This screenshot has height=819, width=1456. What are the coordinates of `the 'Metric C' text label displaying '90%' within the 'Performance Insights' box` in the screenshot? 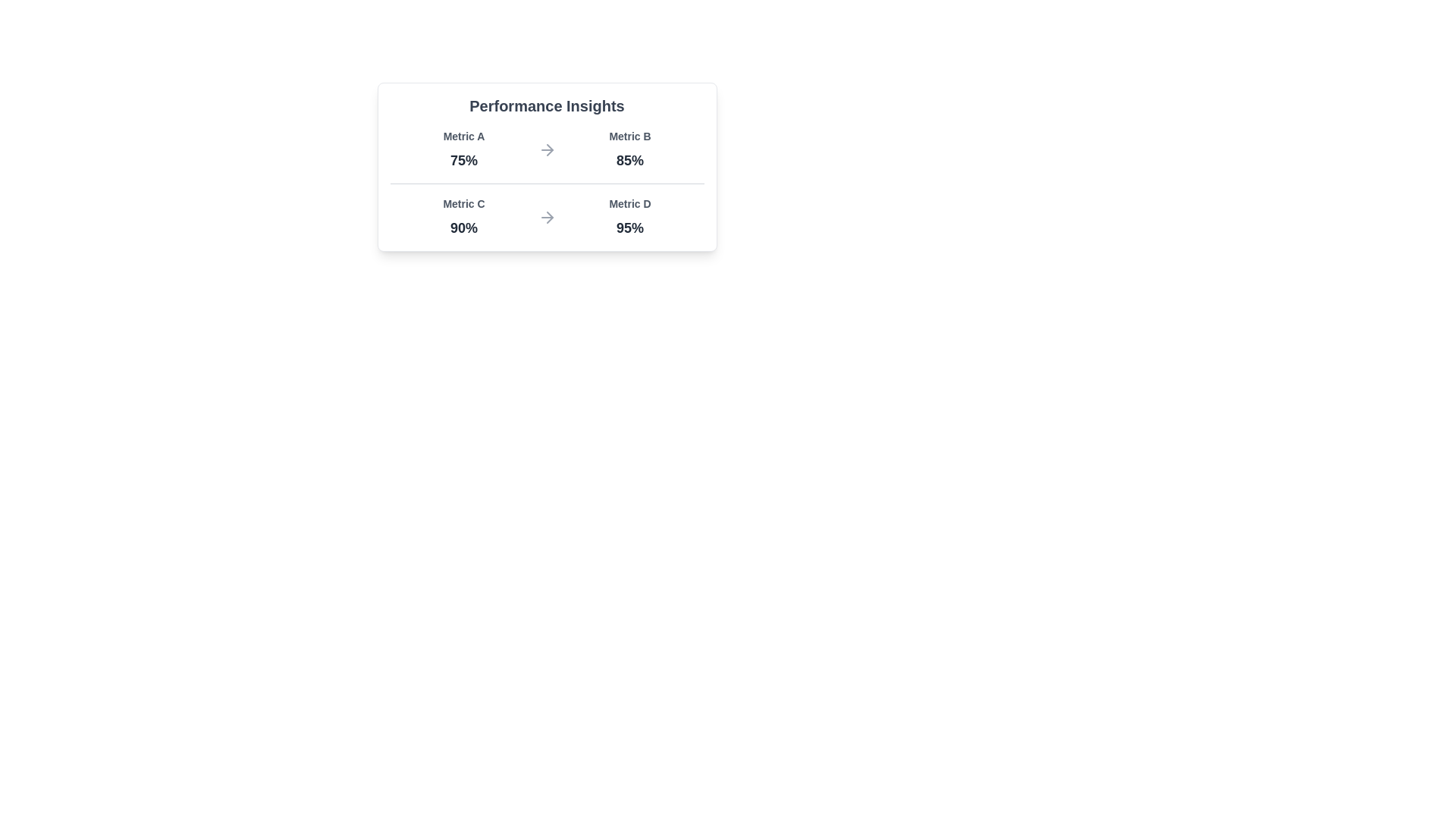 It's located at (463, 227).